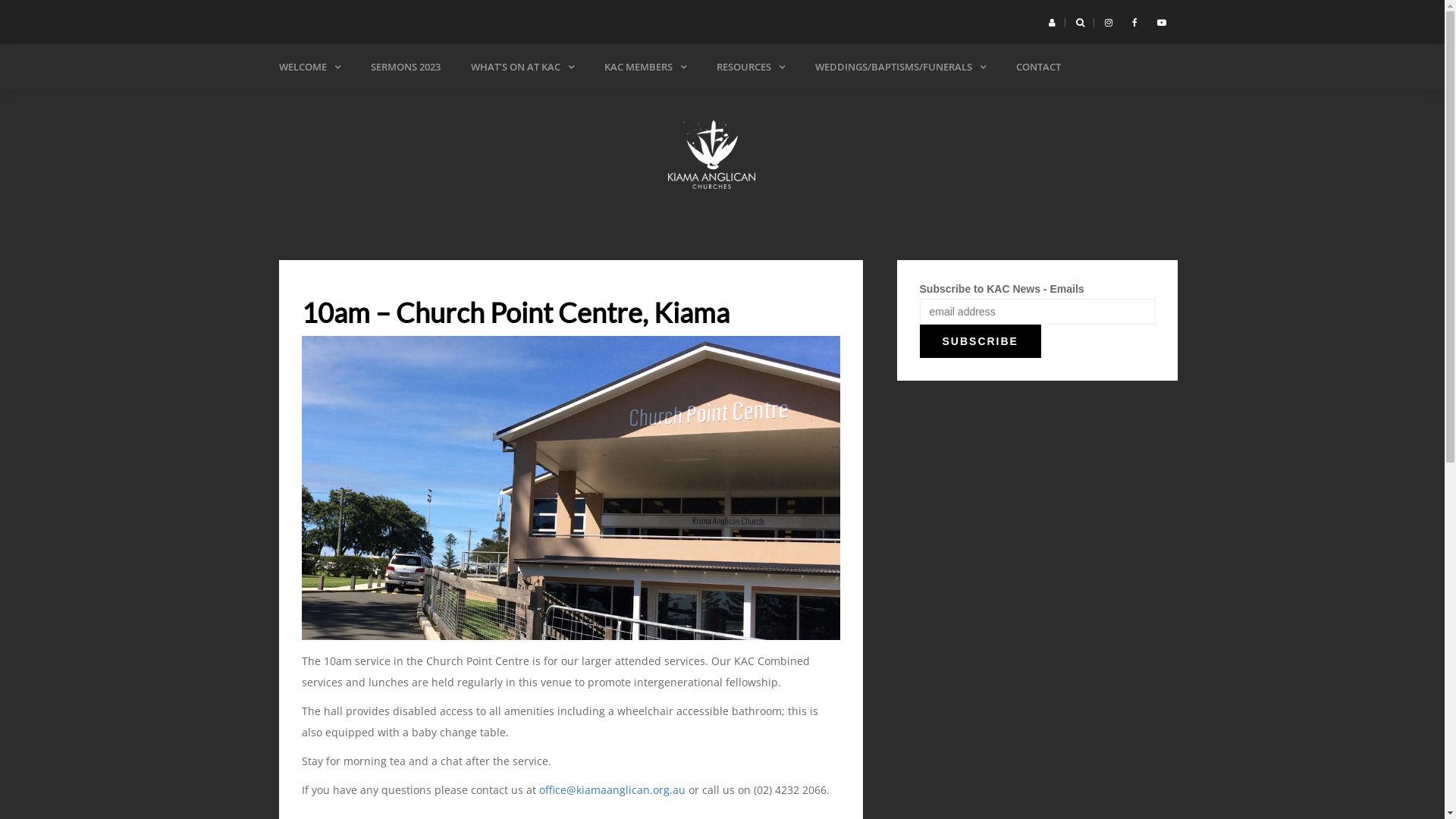 The width and height of the screenshot is (1456, 819). What do you see at coordinates (644, 66) in the screenshot?
I see `'KAC MEMBERS'` at bounding box center [644, 66].